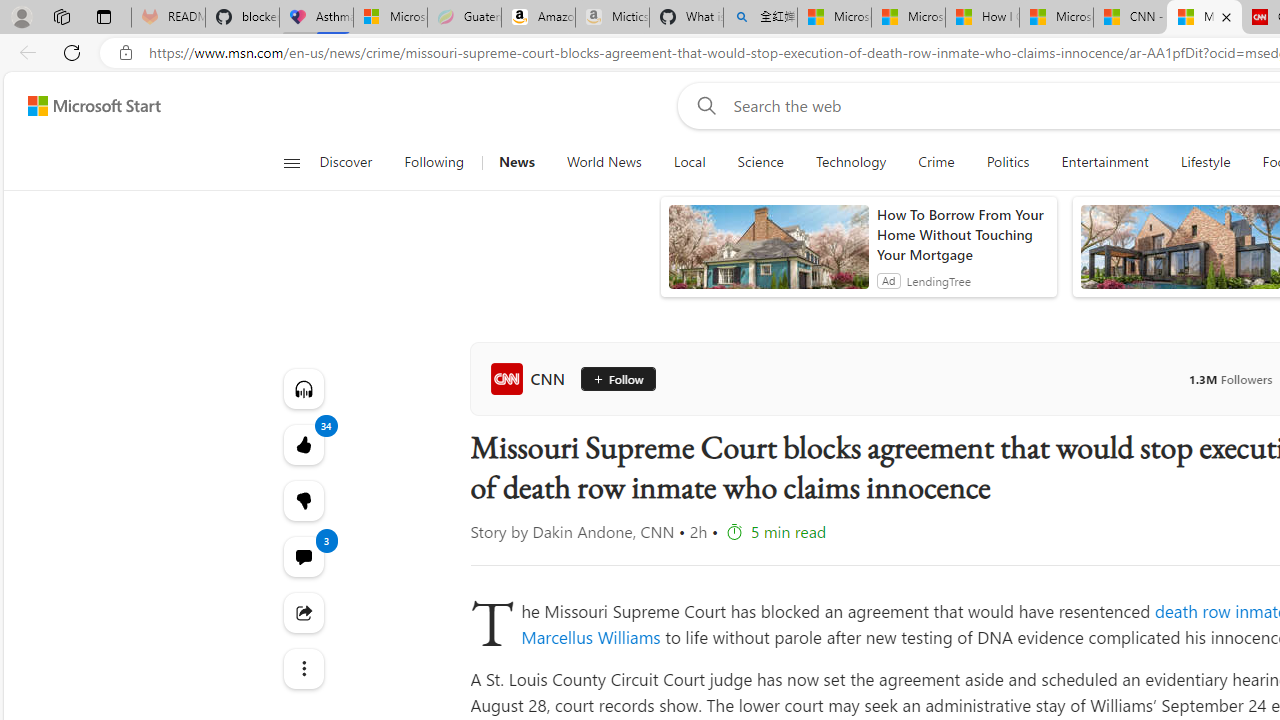 The width and height of the screenshot is (1280, 720). Describe the element at coordinates (887, 280) in the screenshot. I see `'Ad'` at that location.